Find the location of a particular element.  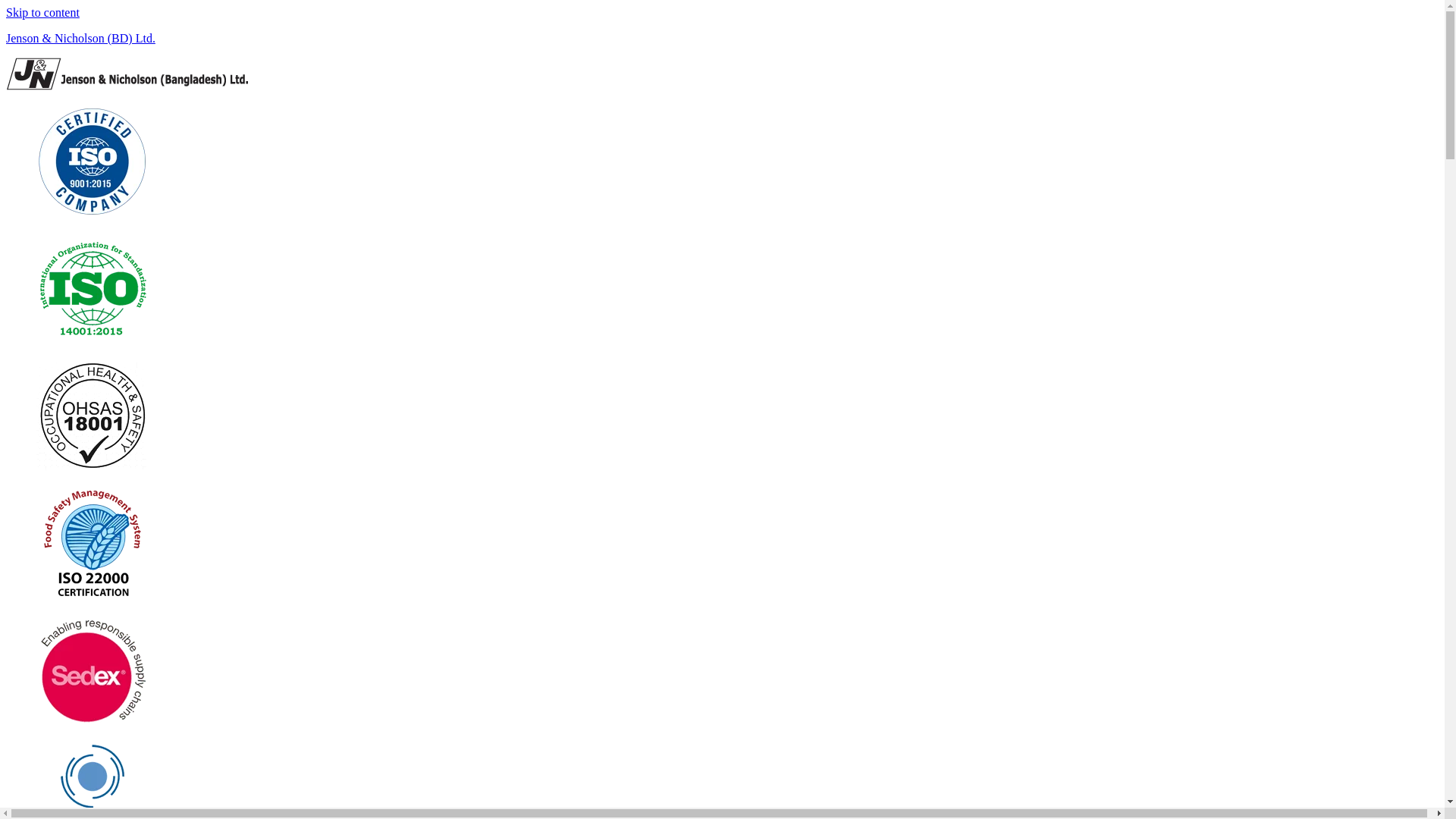

'Skip to content' is located at coordinates (42, 12).